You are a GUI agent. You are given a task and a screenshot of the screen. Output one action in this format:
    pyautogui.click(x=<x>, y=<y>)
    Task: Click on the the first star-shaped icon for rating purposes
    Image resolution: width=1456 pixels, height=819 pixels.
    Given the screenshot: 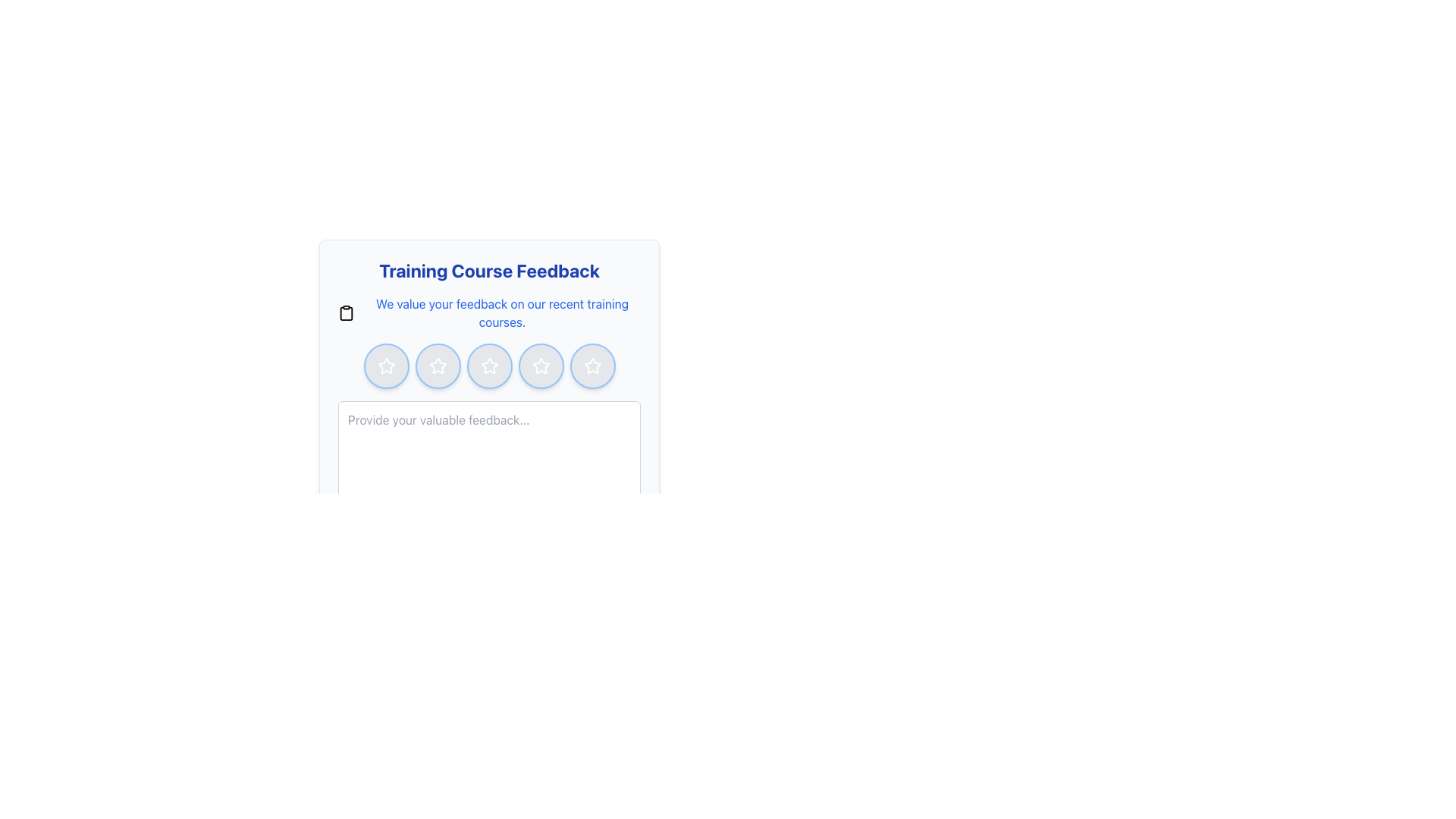 What is the action you would take?
    pyautogui.click(x=386, y=366)
    